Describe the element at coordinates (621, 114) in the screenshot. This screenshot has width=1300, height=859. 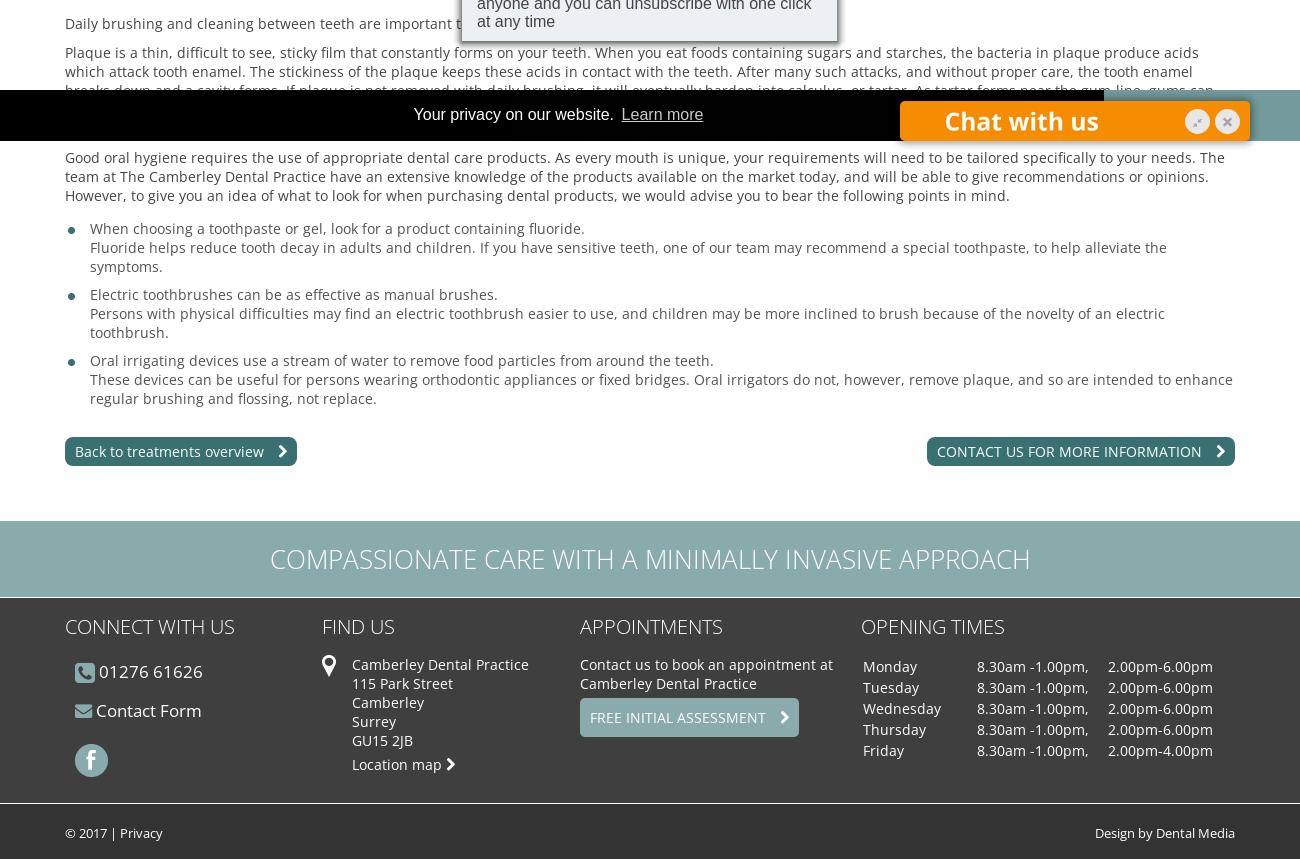
I see `'Learn more'` at that location.